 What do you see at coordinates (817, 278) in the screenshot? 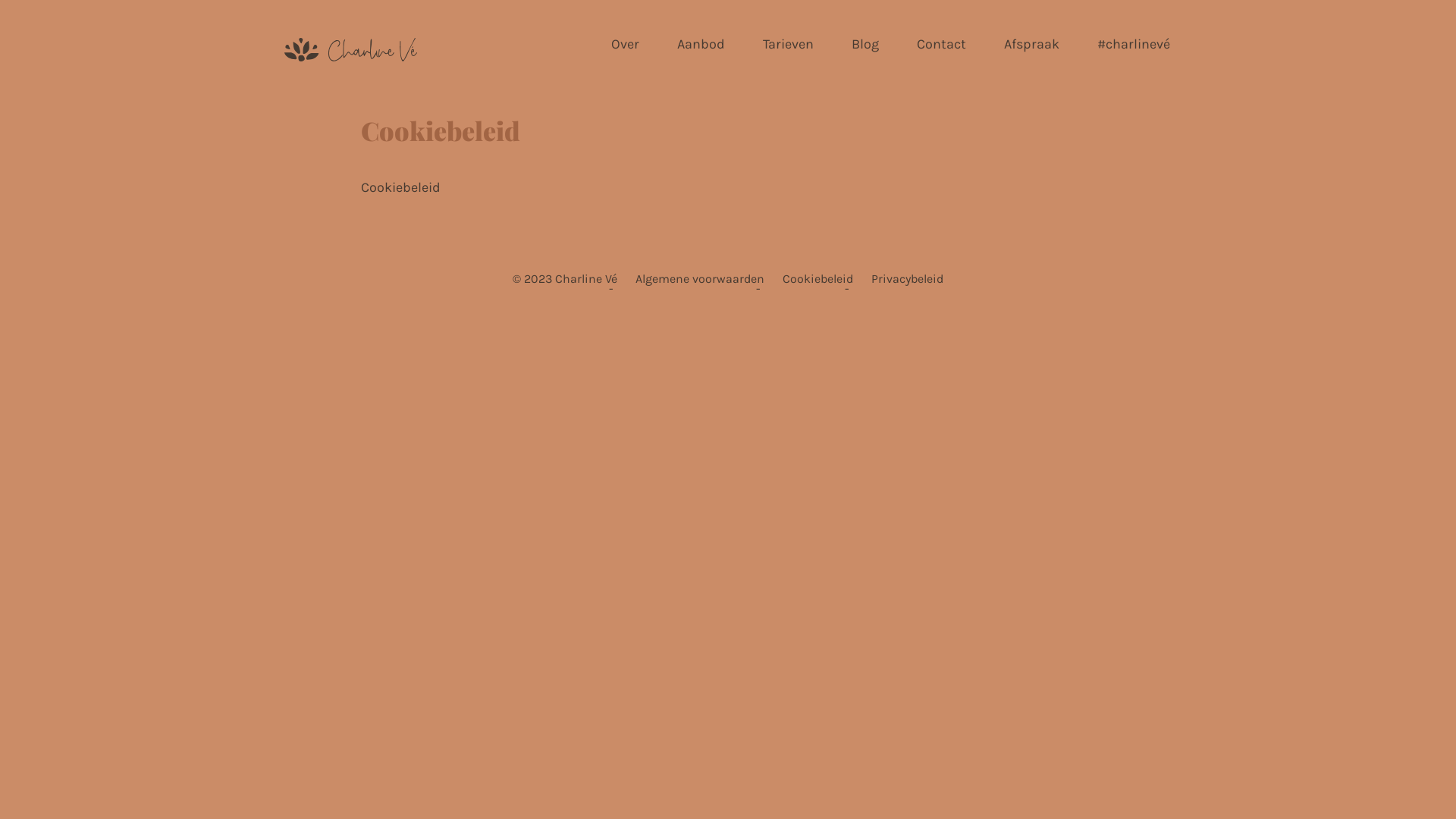
I see `'Cookiebeleid'` at bounding box center [817, 278].